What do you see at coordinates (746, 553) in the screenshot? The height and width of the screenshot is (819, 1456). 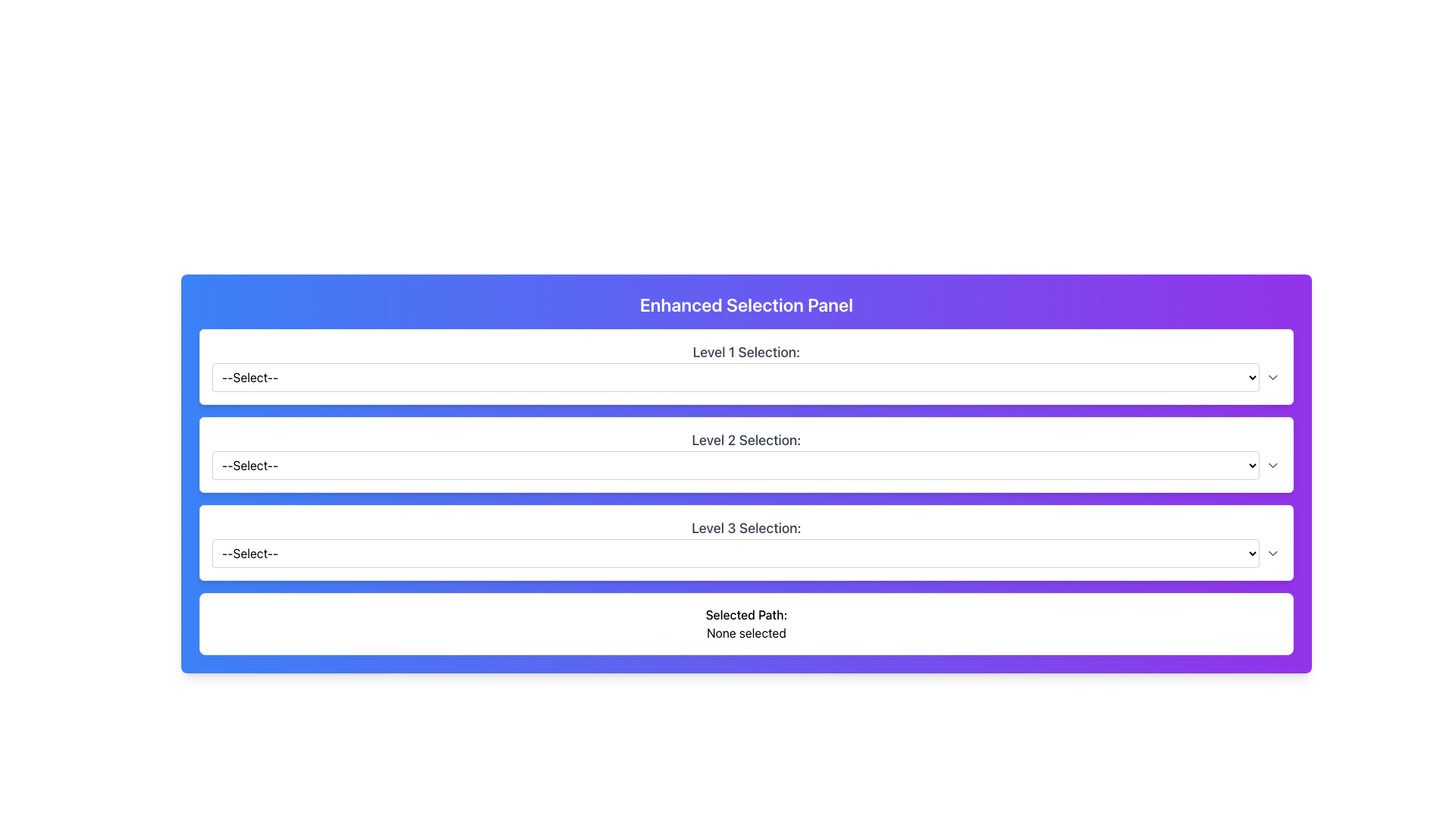 I see `the third dropdown menu in the 'Level 3 Selection:' section and tab to interact with it` at bounding box center [746, 553].